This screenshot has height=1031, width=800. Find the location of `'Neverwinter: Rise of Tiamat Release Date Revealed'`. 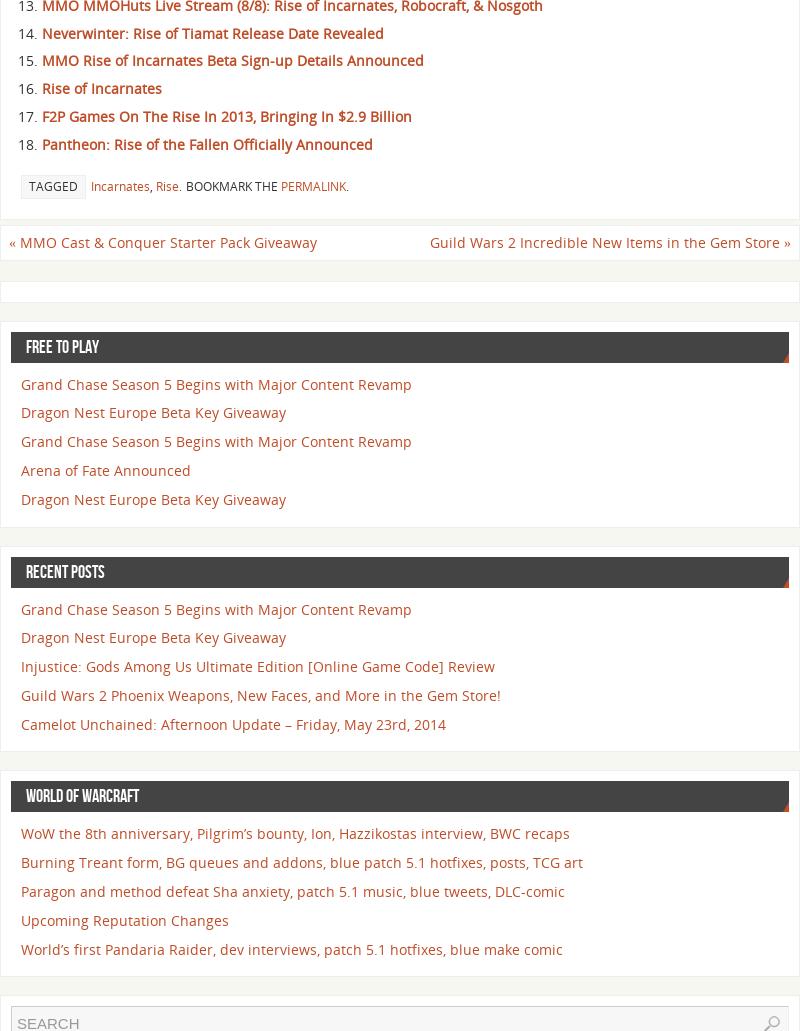

'Neverwinter: Rise of Tiamat Release Date Revealed' is located at coordinates (41, 32).